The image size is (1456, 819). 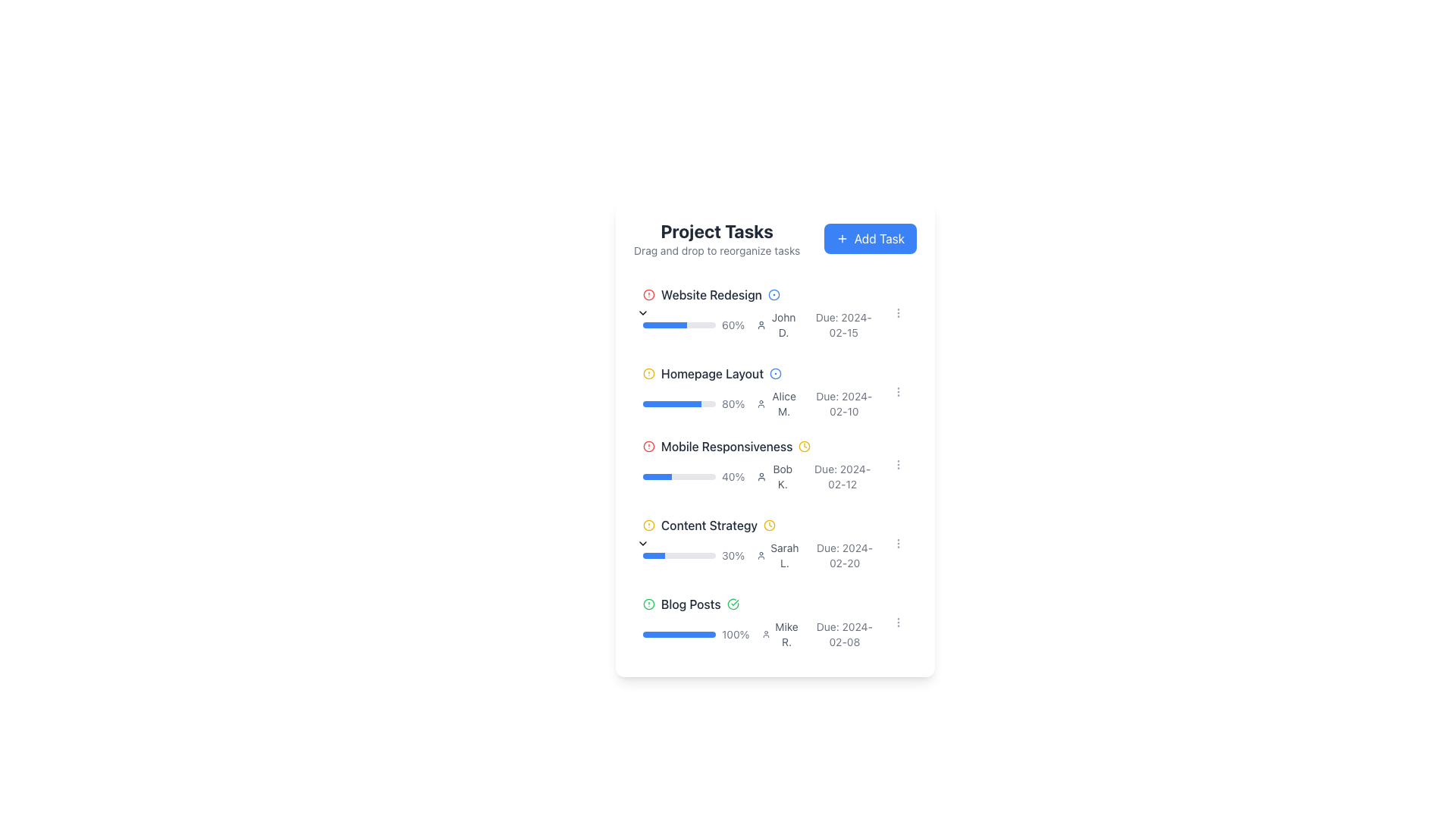 I want to click on the Information Display Panel displaying a progress bar for 'Sarah L.' with a due date of '2024-02-20', located in the middle-right of its containing card, so click(x=760, y=555).